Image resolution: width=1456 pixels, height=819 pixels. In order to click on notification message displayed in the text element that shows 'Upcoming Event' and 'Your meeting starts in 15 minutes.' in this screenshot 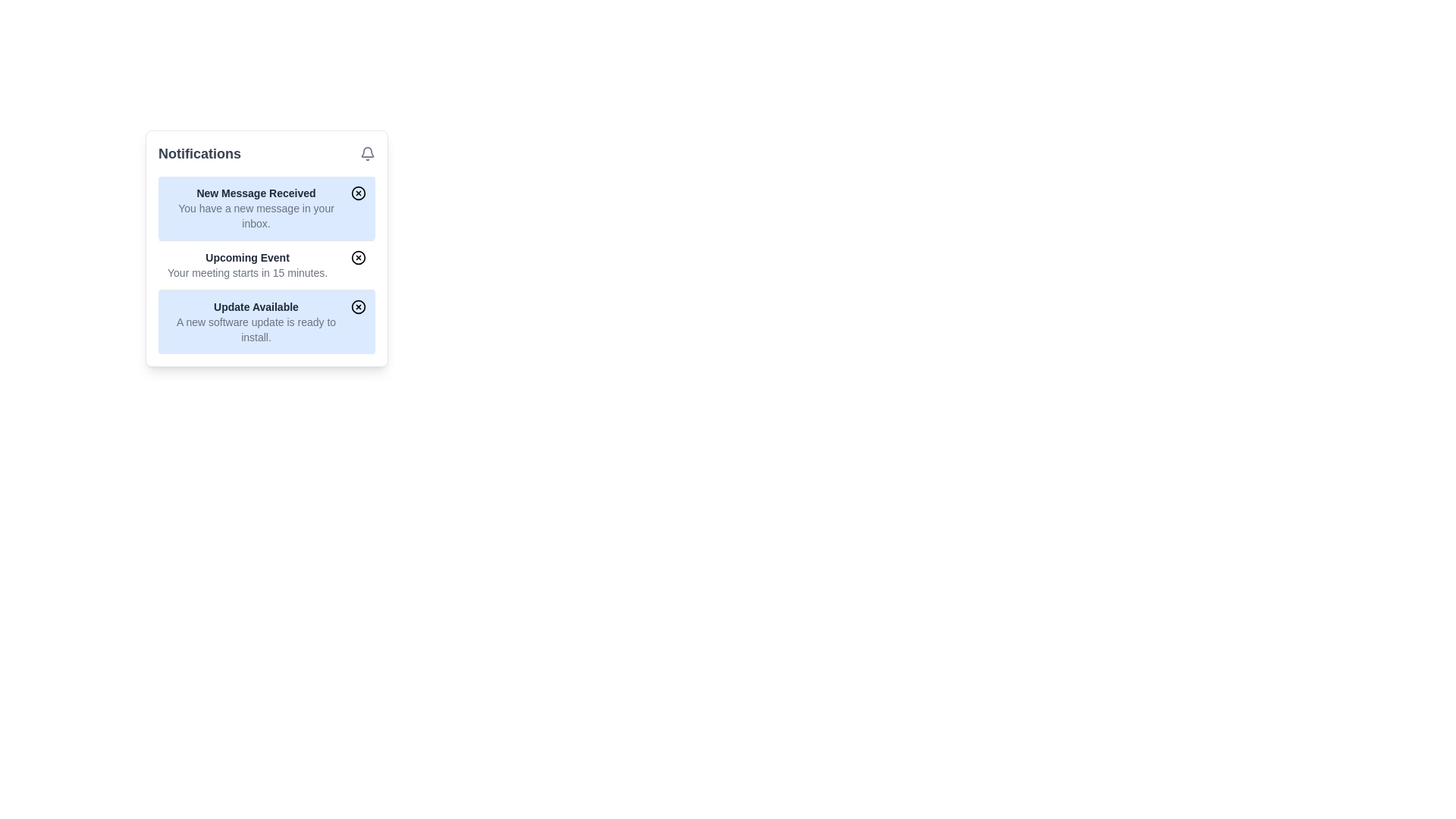, I will do `click(247, 265)`.